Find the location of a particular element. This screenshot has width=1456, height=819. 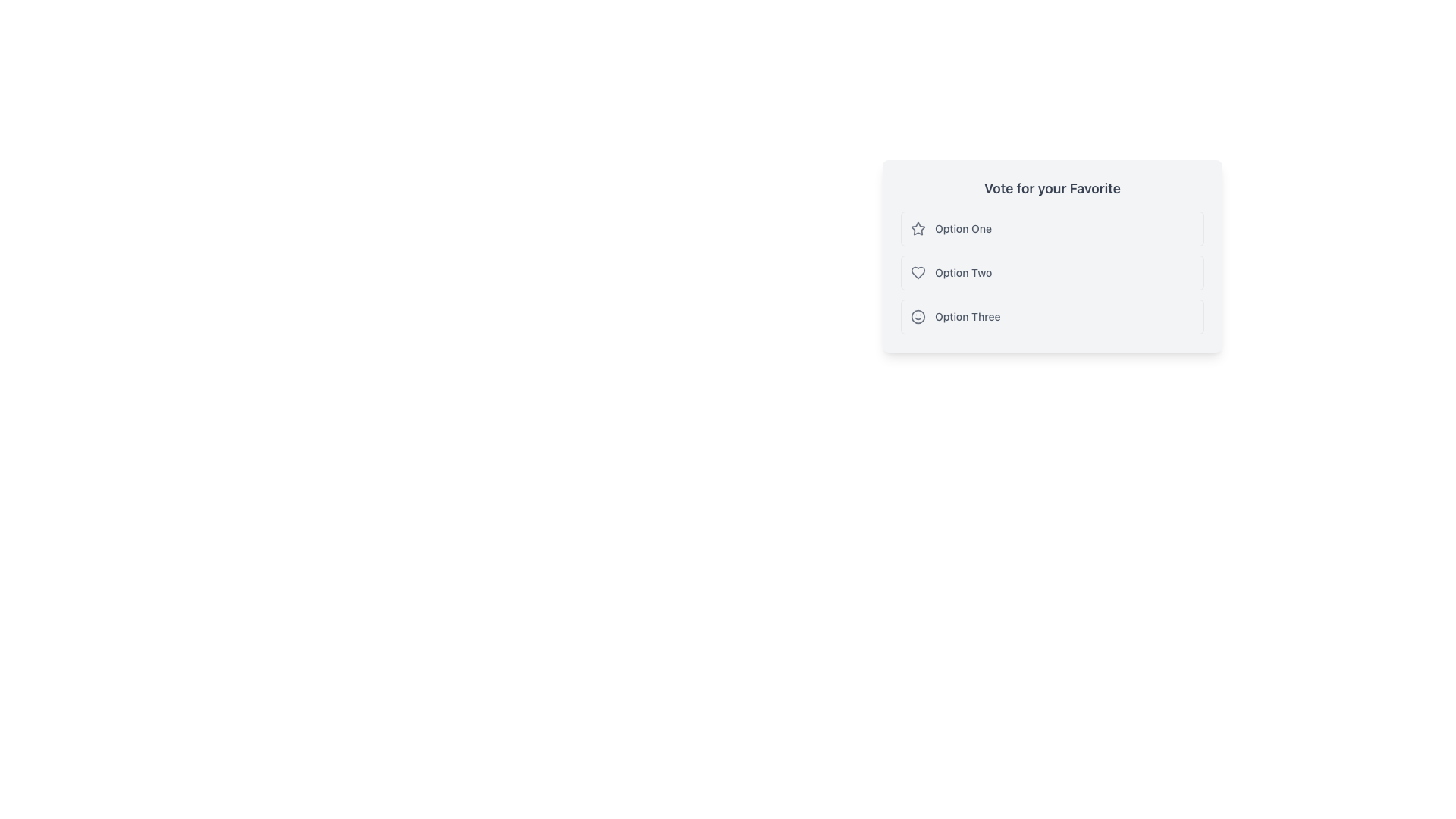

the circular smiley face icon outlined with a gray stroke, located to the extreme left of the 'Option Three' label under 'Vote for your Favorite' is located at coordinates (917, 315).